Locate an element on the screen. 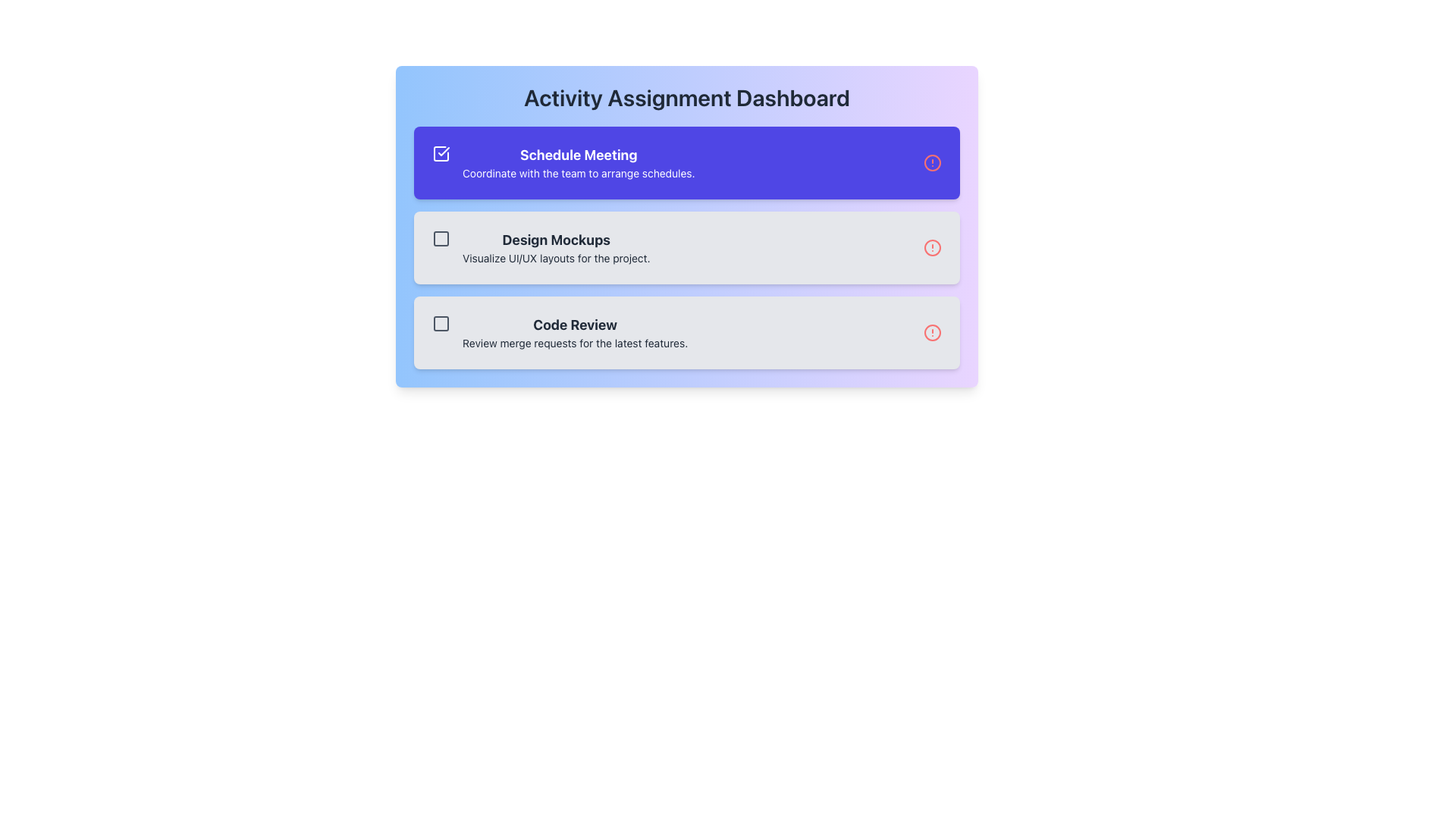 The height and width of the screenshot is (819, 1456). static text that serves as a subtitle beneath the 'Code Review' title in the light gray rectangular card is located at coordinates (574, 343).